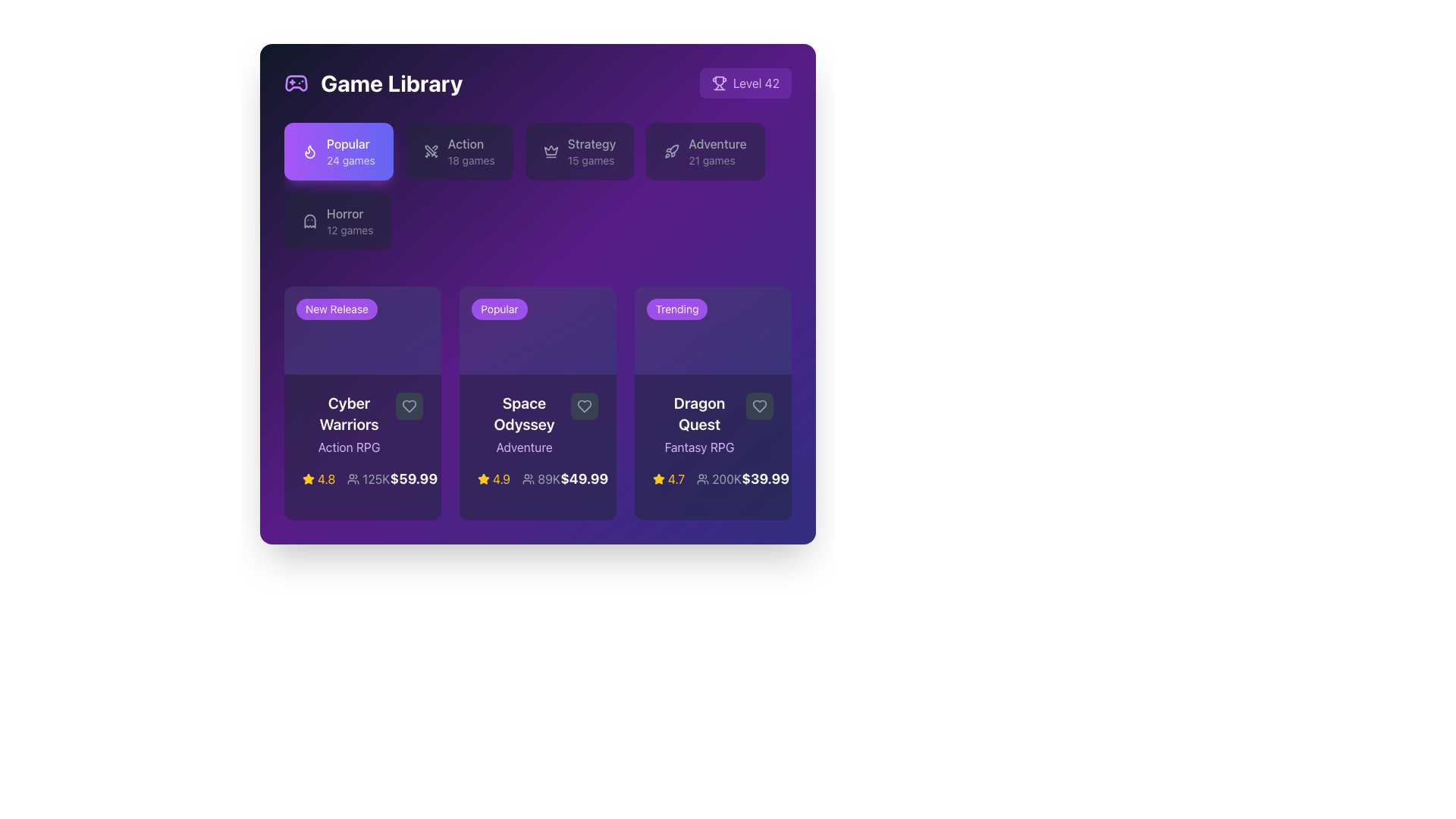 This screenshot has height=819, width=1456. Describe the element at coordinates (409, 406) in the screenshot. I see `the 'Favorite' or 'Like' button (heart icon) located in the top-right section of the 'Cyber Warriors' game card` at that location.